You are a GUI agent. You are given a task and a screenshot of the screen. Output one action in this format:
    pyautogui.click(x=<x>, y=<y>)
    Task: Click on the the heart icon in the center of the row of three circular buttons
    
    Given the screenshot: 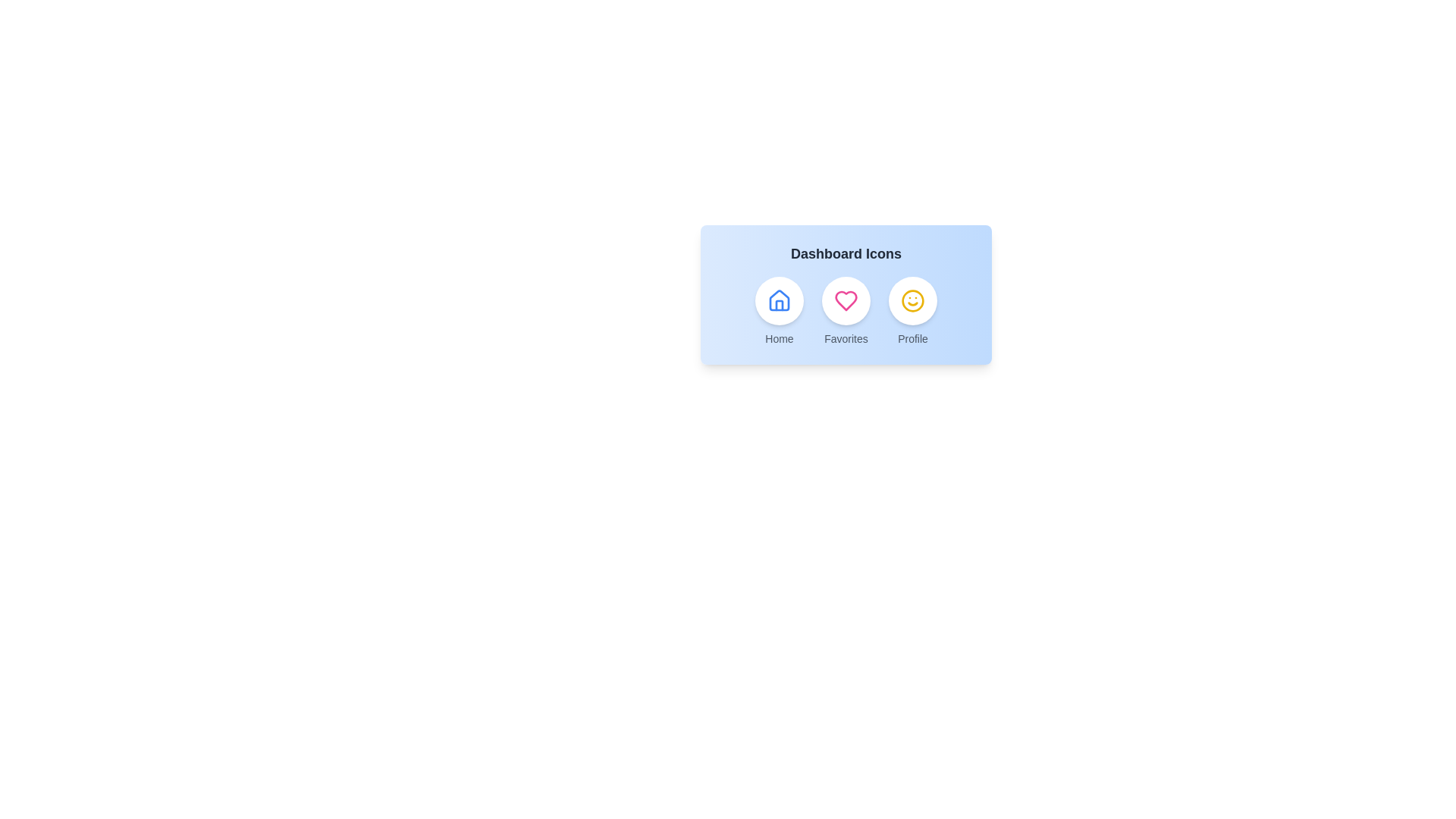 What is the action you would take?
    pyautogui.click(x=846, y=301)
    